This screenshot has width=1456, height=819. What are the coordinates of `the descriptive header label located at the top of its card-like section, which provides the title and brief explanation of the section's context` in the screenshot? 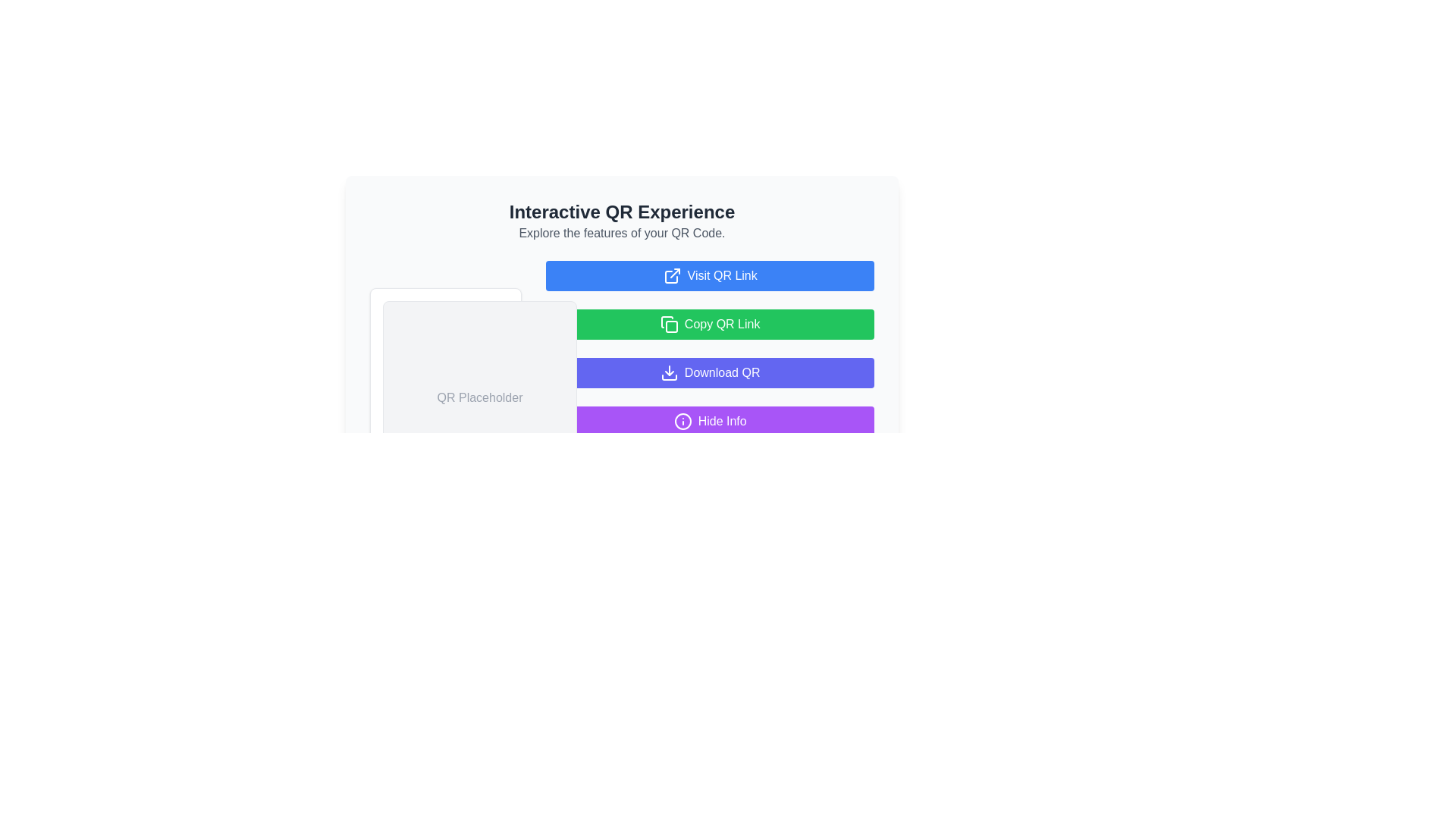 It's located at (622, 221).